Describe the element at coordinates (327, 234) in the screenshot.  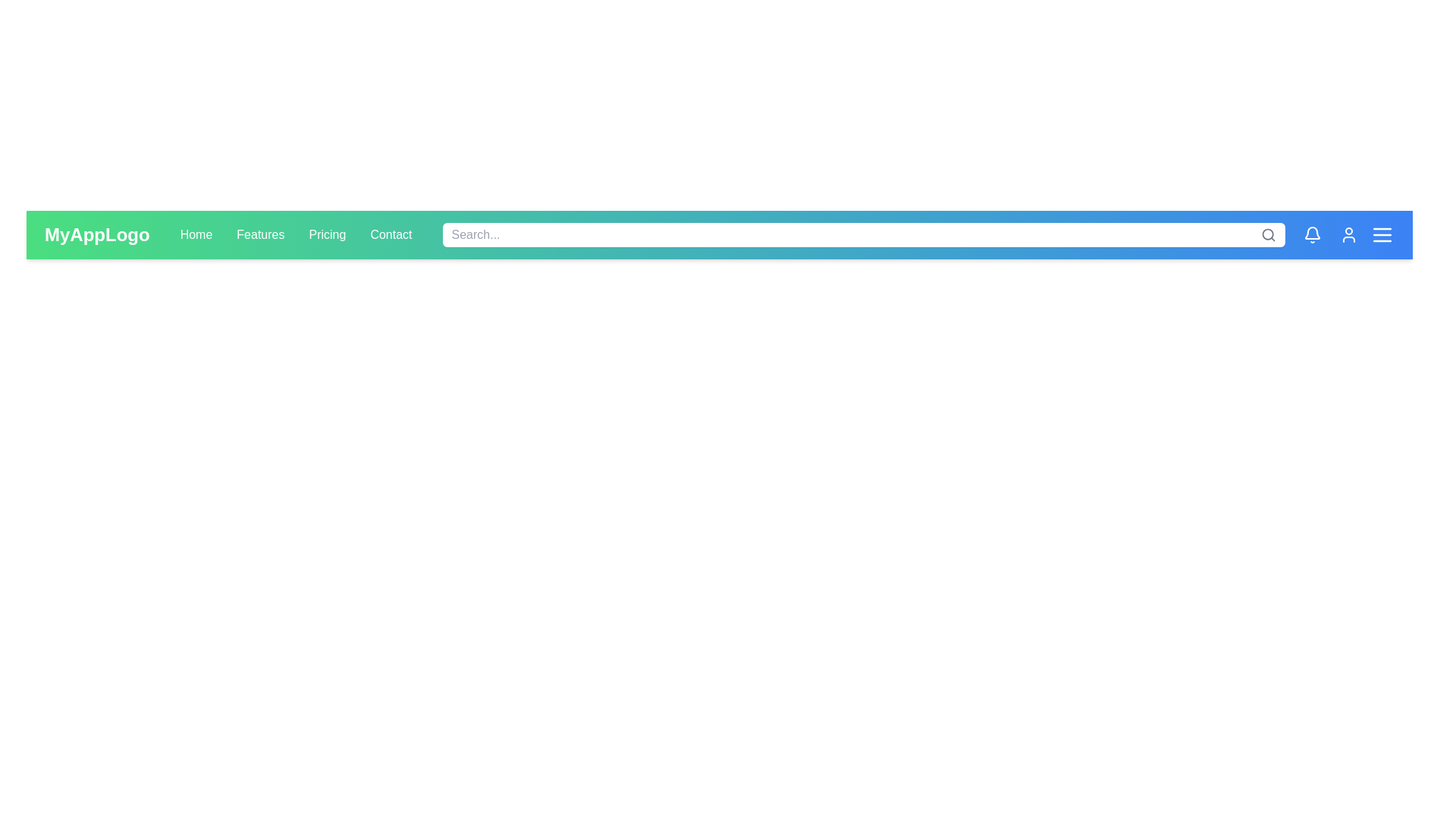
I see `the 'Pricing' hyperlink in the navigation menu` at that location.